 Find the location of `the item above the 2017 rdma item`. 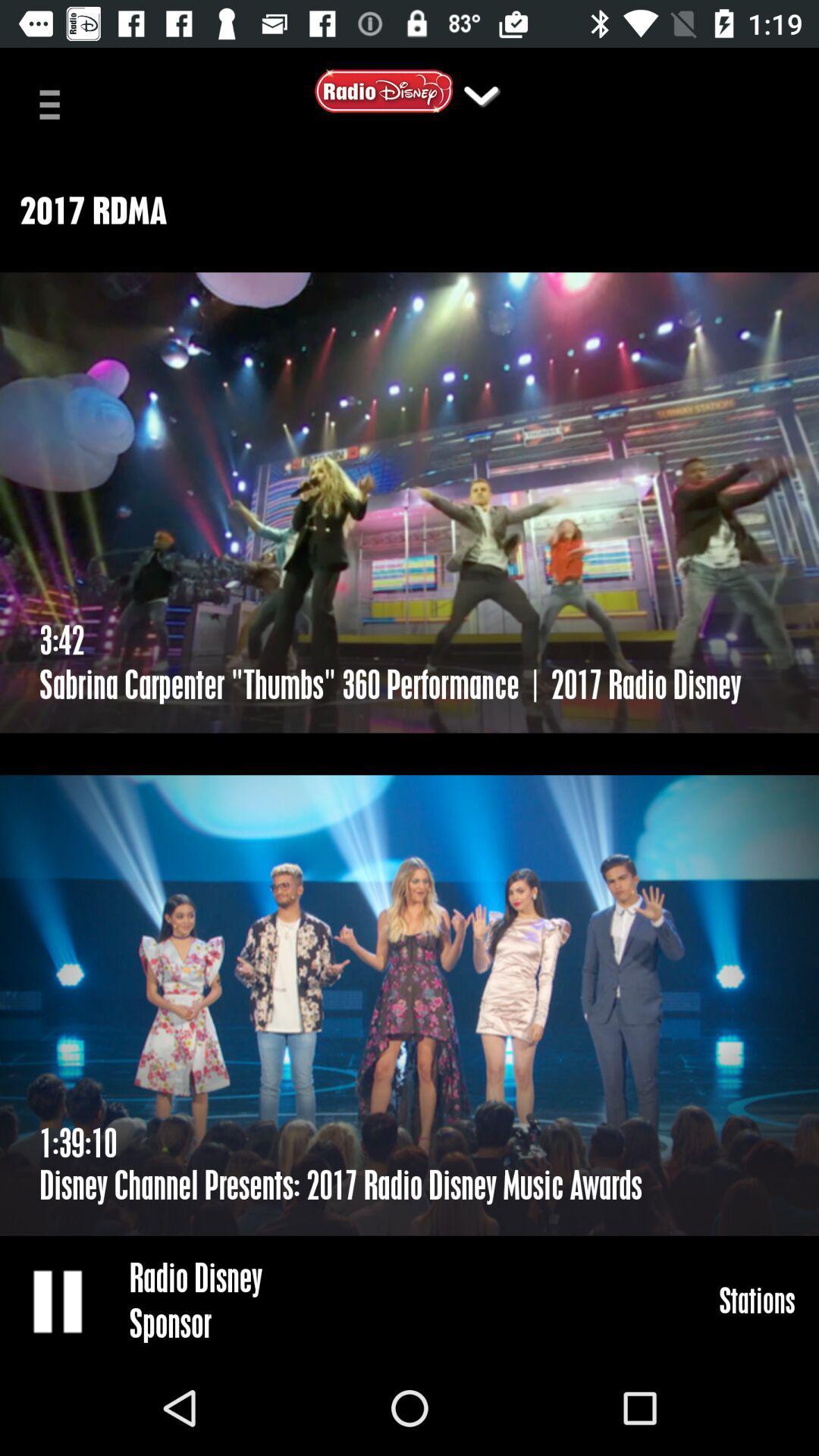

the item above the 2017 rdma item is located at coordinates (481, 94).